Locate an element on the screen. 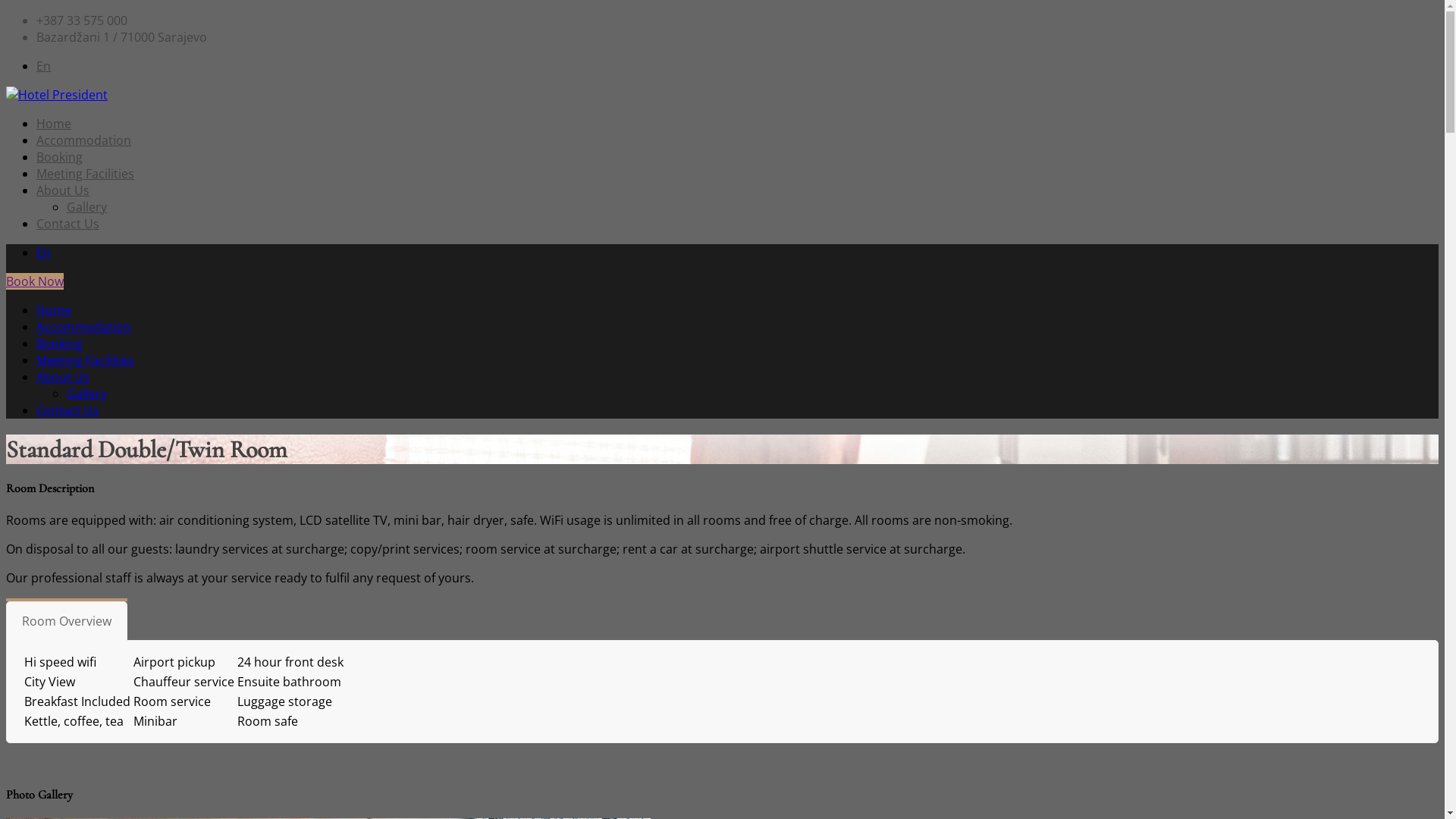  'Accommodation' is located at coordinates (83, 326).